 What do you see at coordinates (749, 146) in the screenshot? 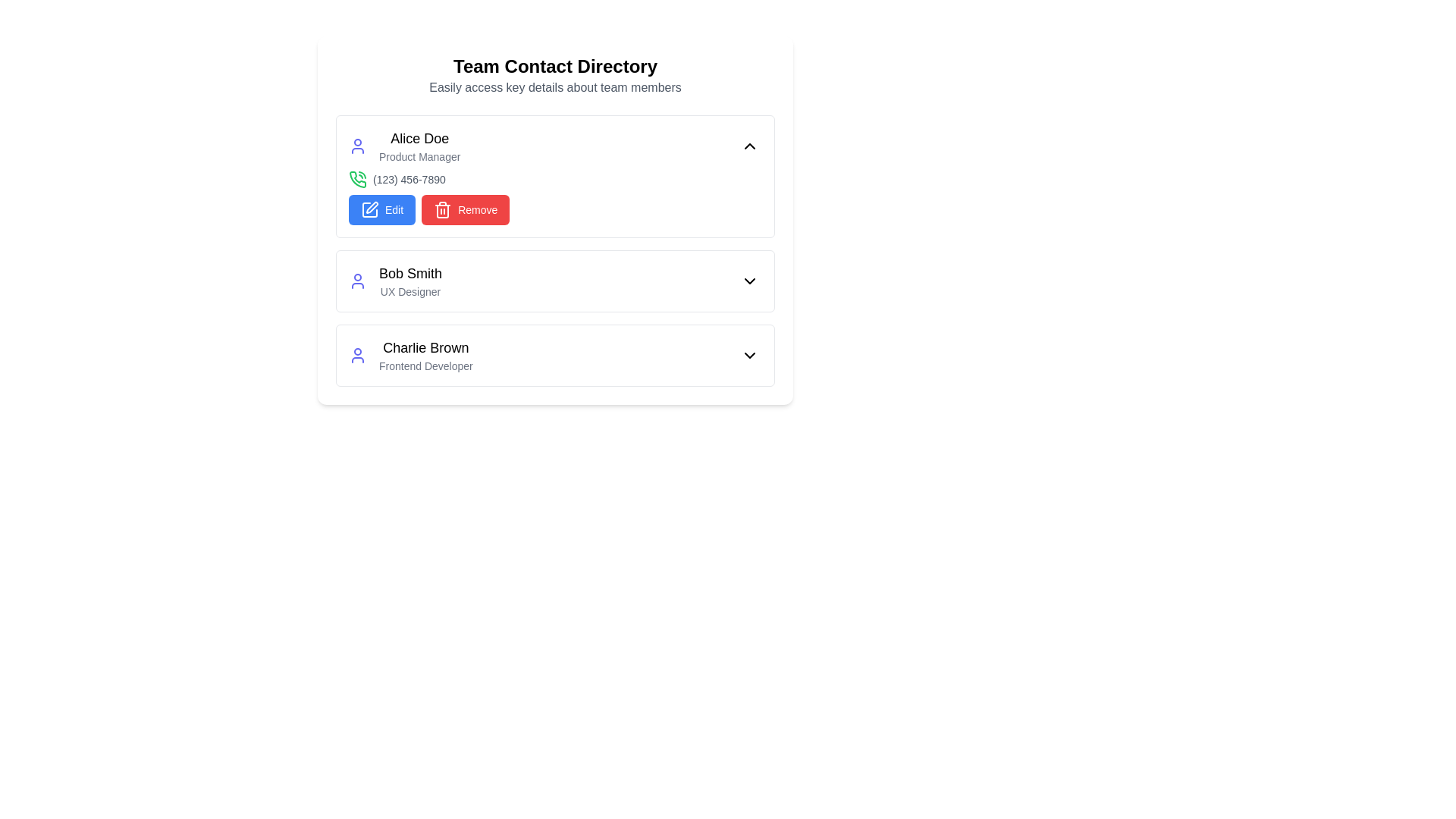
I see `the chevron-up icon located at the far right inside the card titled 'Alice Doe'` at bounding box center [749, 146].